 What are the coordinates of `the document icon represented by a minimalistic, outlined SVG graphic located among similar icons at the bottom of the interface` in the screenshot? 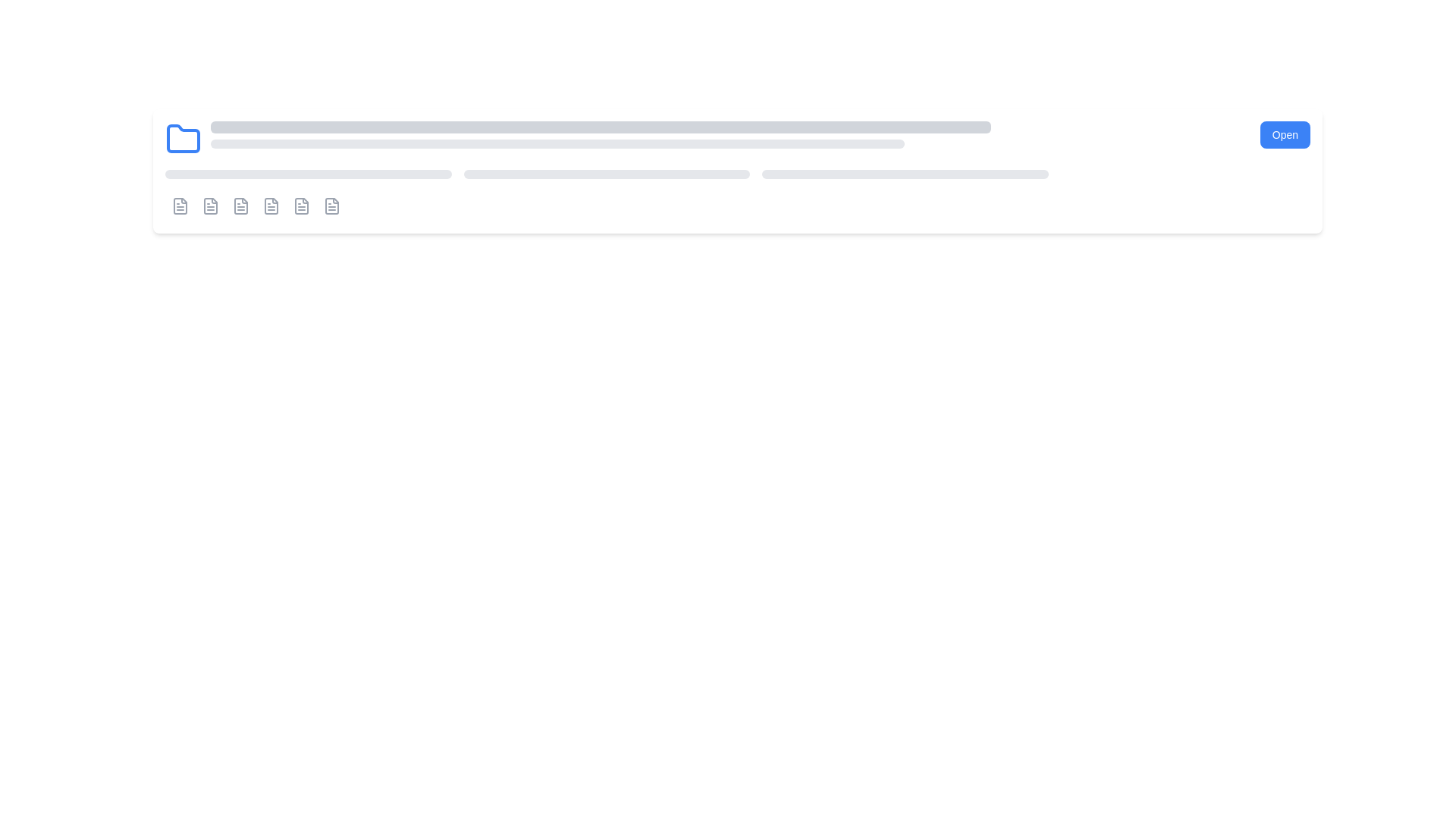 It's located at (240, 206).